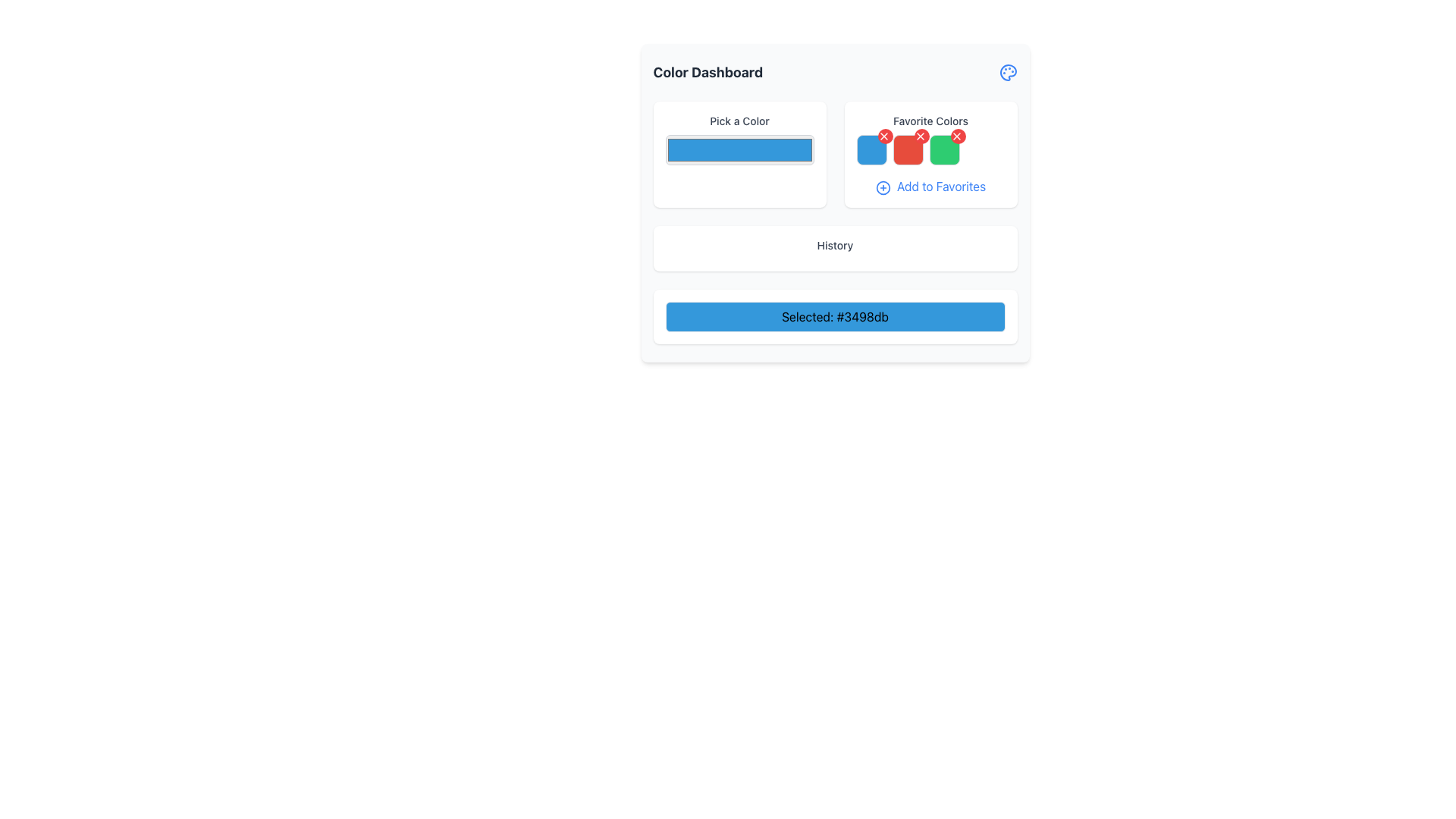 This screenshot has height=819, width=1456. I want to click on the circular icon with a blue outline and a plus sign, located to the left of the 'Add to Favorites' text, which represents the action of adding an item to favorites, so click(883, 187).